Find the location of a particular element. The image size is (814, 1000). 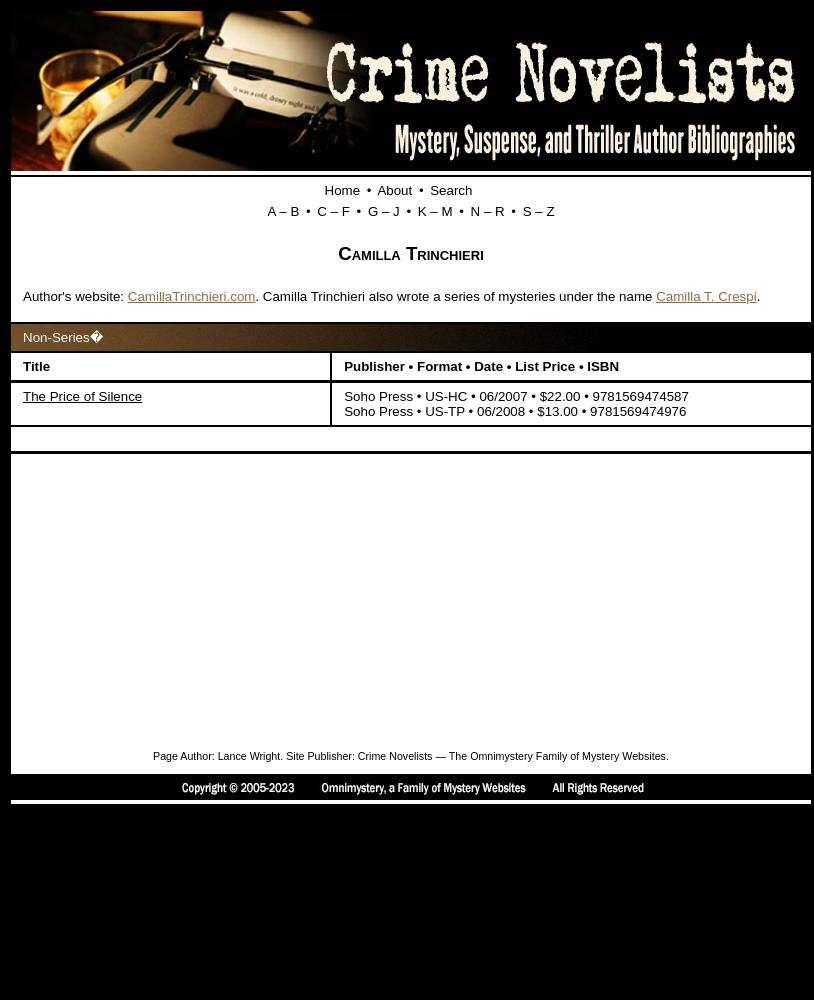

'. Camilla Trinchieri also wrote a series of mysteries under the name' is located at coordinates (454, 296).